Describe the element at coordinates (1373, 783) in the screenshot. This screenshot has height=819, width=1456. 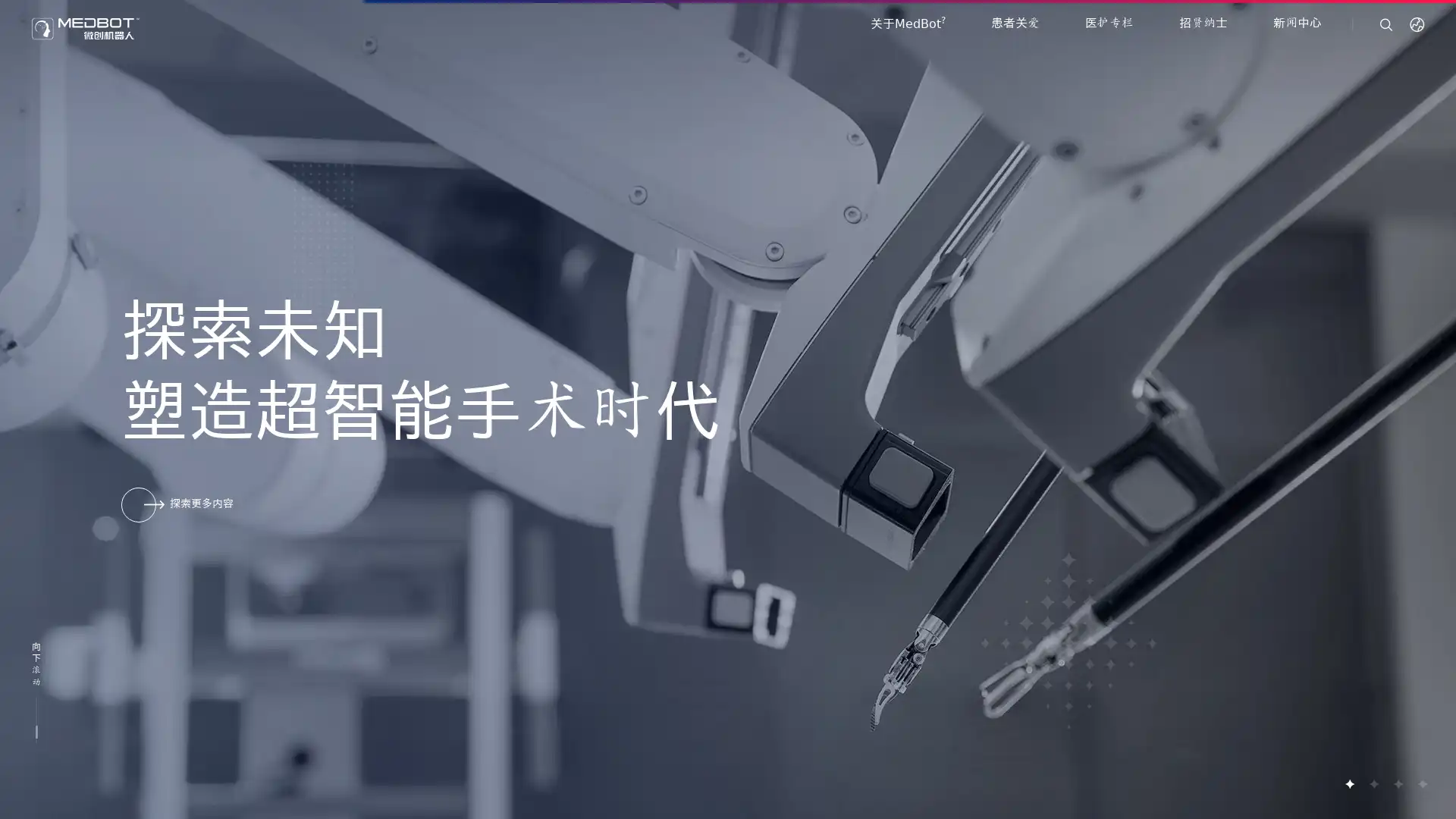
I see `Go to slide 2` at that location.